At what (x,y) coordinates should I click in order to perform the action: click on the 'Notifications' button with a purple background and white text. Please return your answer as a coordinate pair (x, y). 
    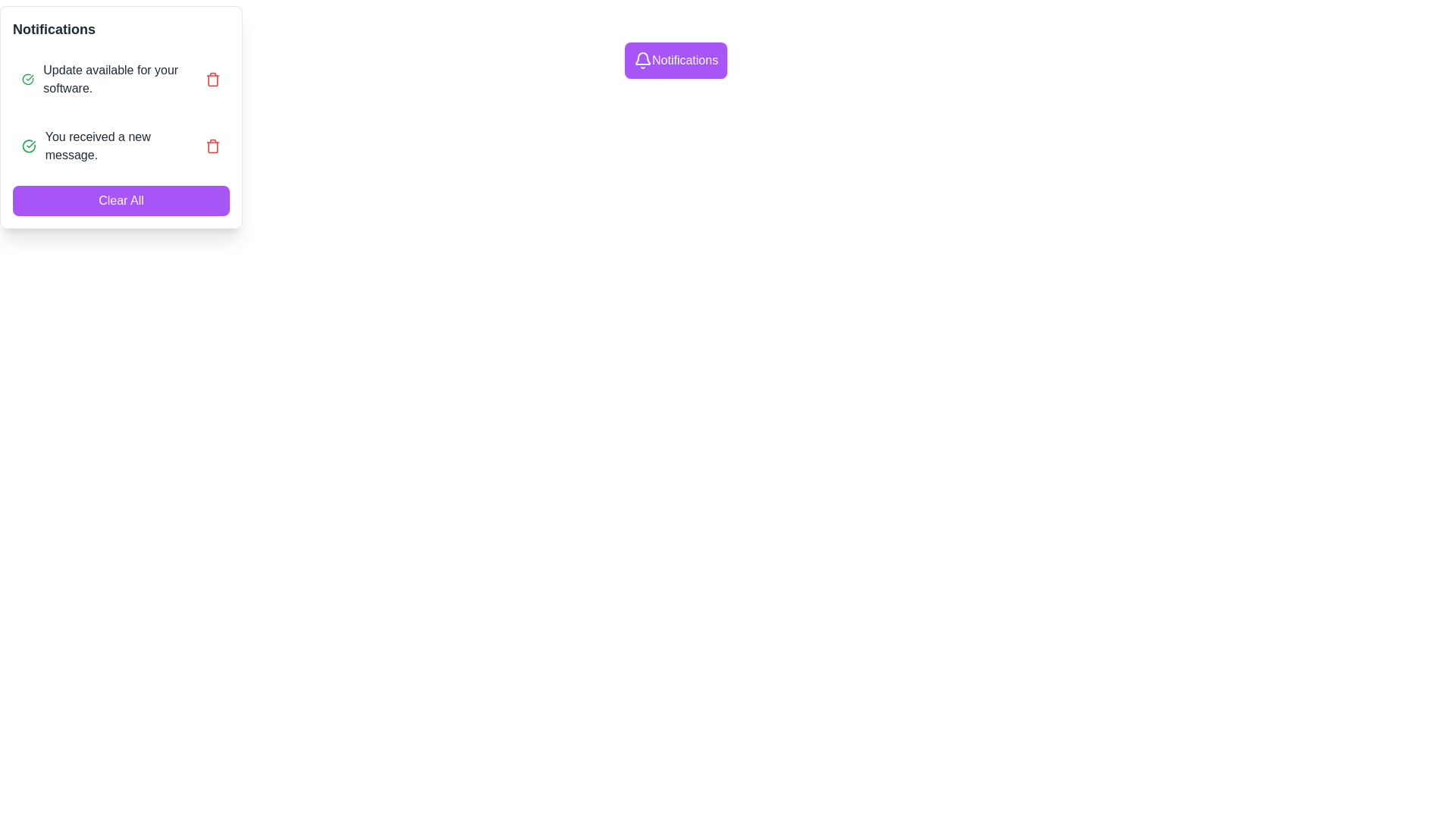
    Looking at the image, I should click on (675, 60).